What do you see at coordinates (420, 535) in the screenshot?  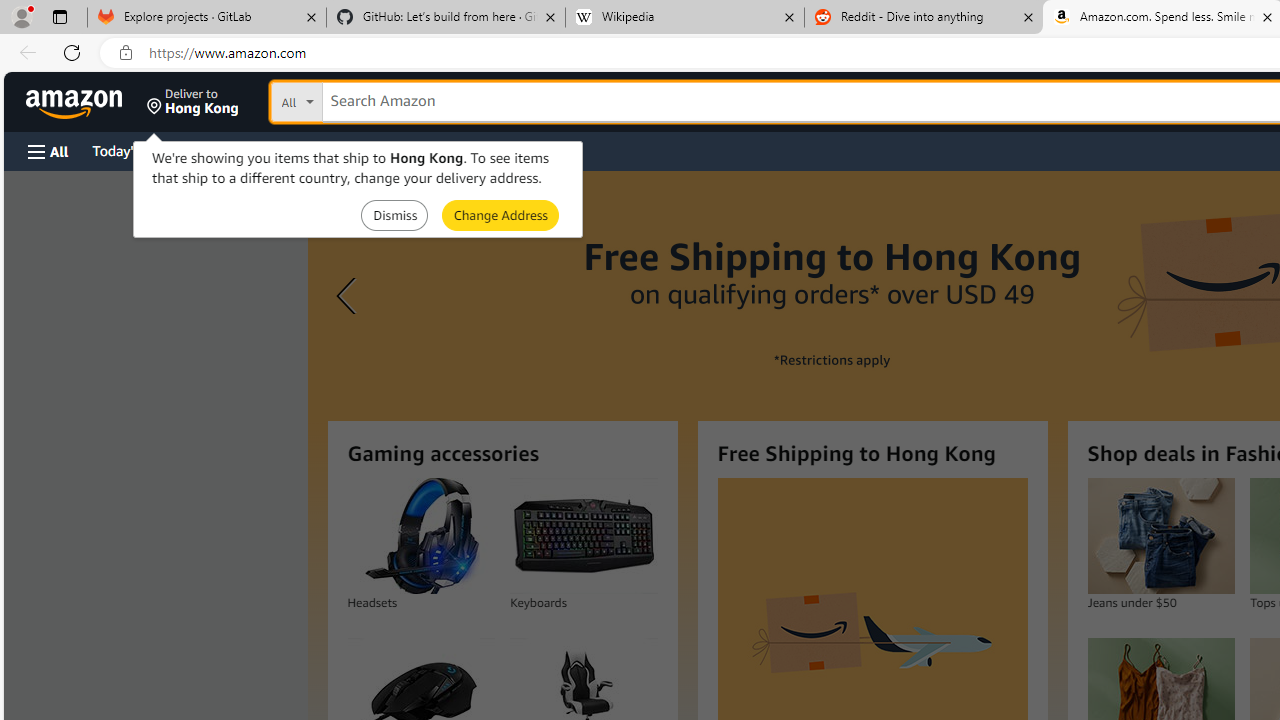 I see `'Headsets'` at bounding box center [420, 535].